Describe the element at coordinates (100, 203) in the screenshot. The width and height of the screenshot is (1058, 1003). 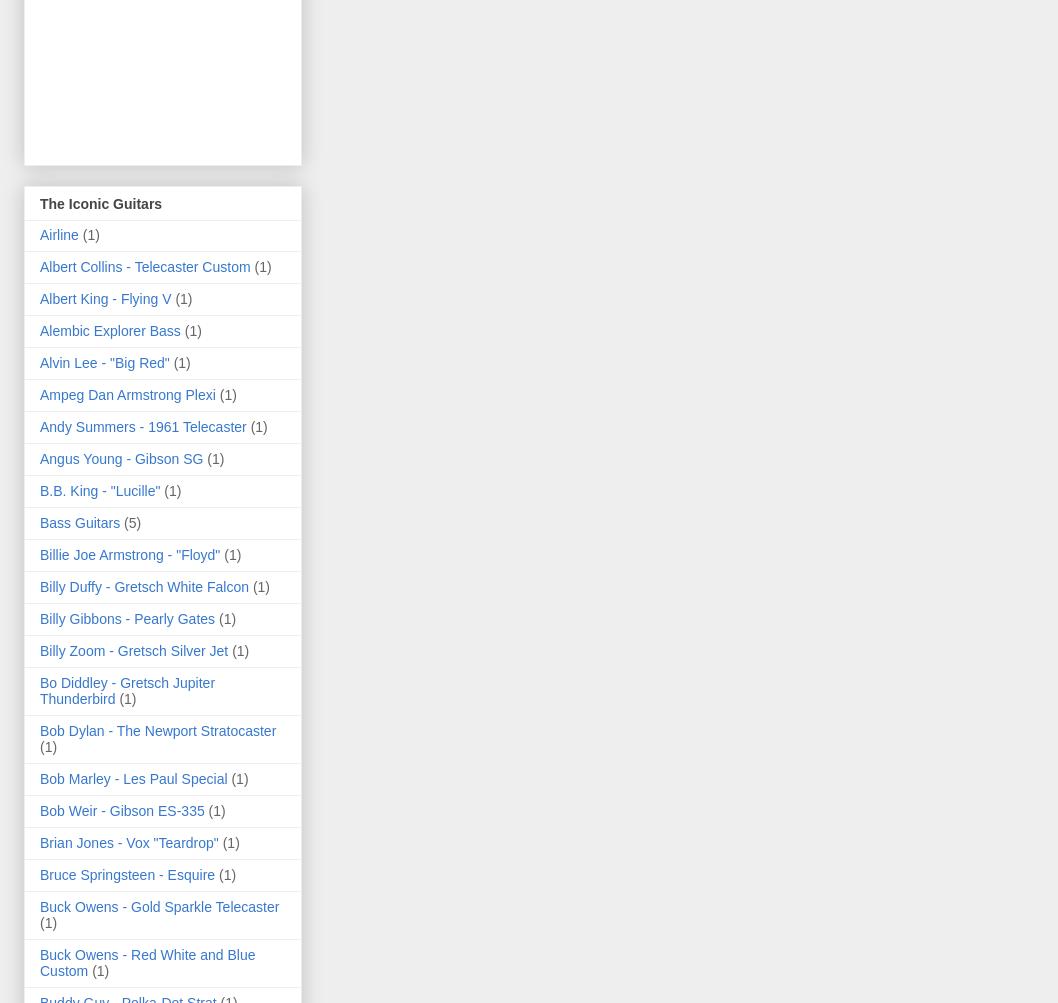
I see `'The Iconic Guitars'` at that location.